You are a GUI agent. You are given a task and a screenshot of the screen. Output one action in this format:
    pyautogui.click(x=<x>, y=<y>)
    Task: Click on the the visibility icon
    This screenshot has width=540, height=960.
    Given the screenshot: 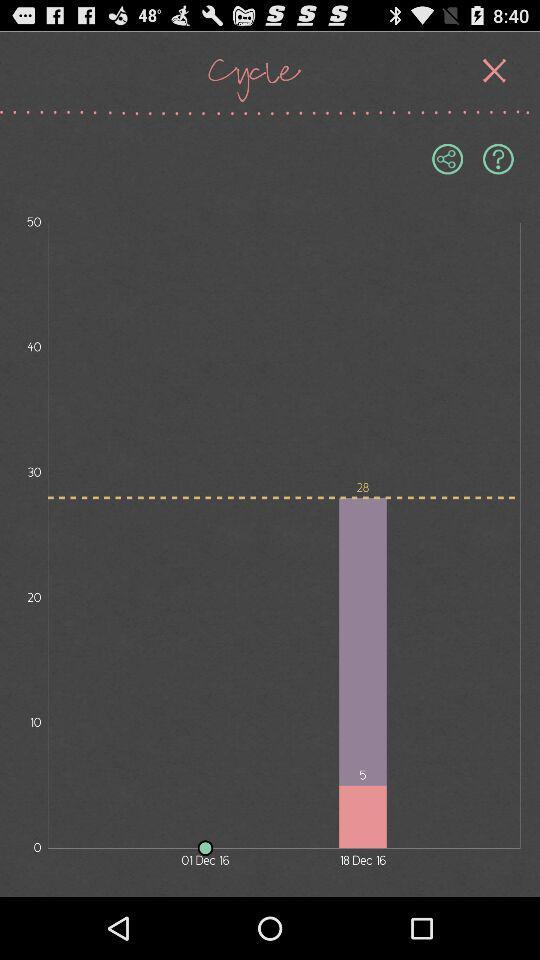 What is the action you would take?
    pyautogui.click(x=447, y=169)
    